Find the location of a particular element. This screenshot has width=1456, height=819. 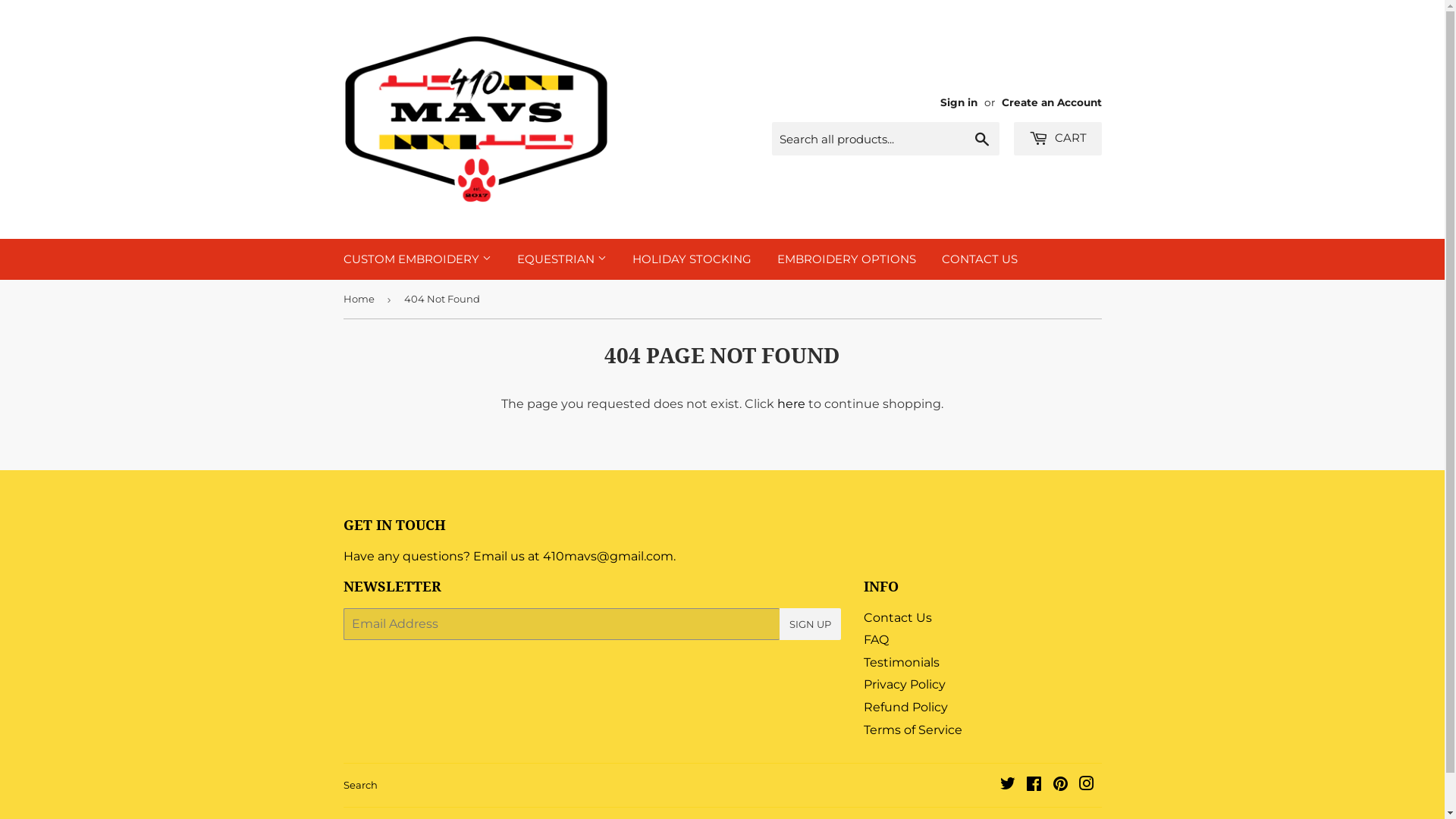

'SIGN UP' is located at coordinates (809, 623).